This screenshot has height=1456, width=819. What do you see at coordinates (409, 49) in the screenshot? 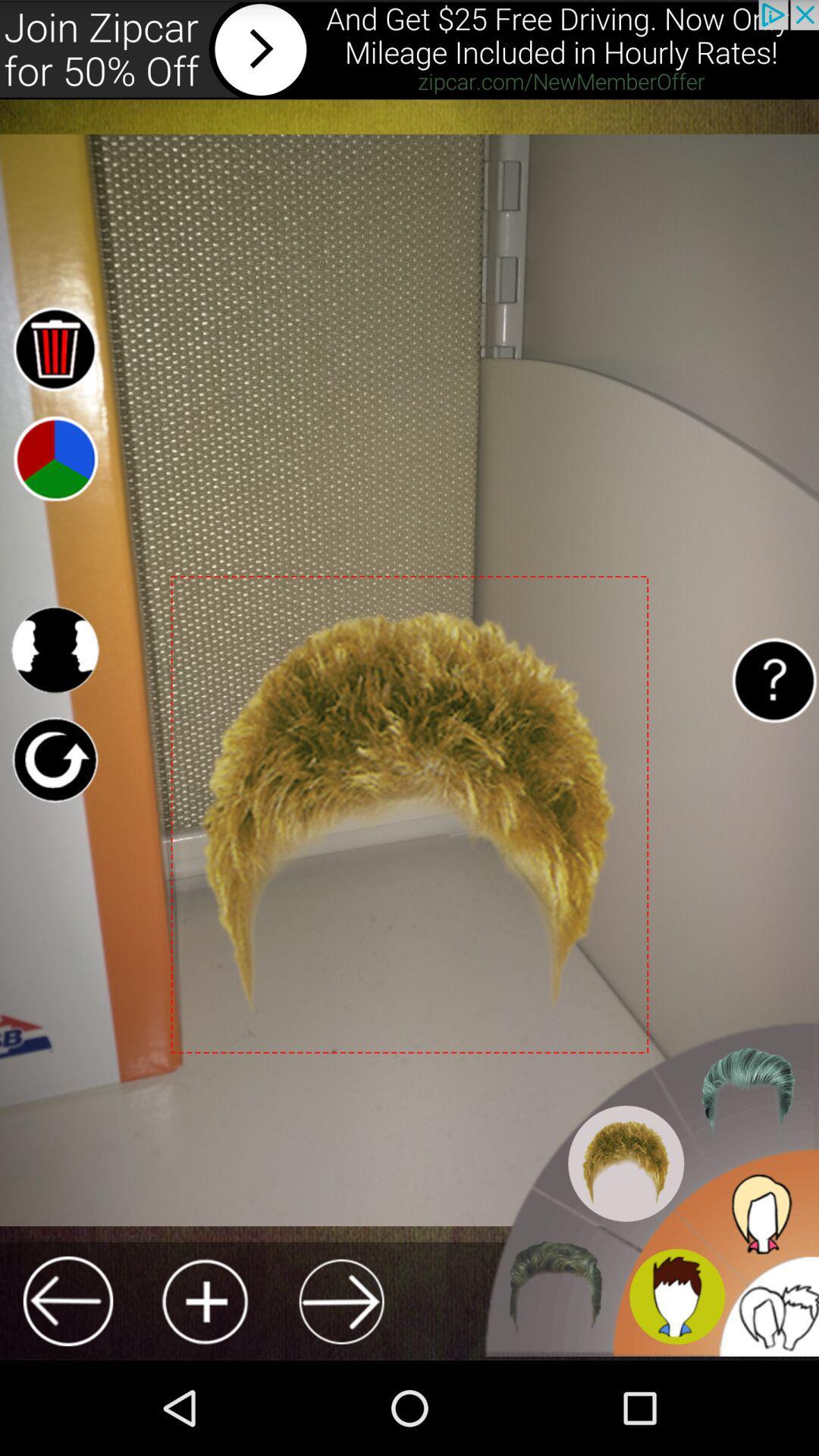
I see `advertisement for zipcar` at bounding box center [409, 49].